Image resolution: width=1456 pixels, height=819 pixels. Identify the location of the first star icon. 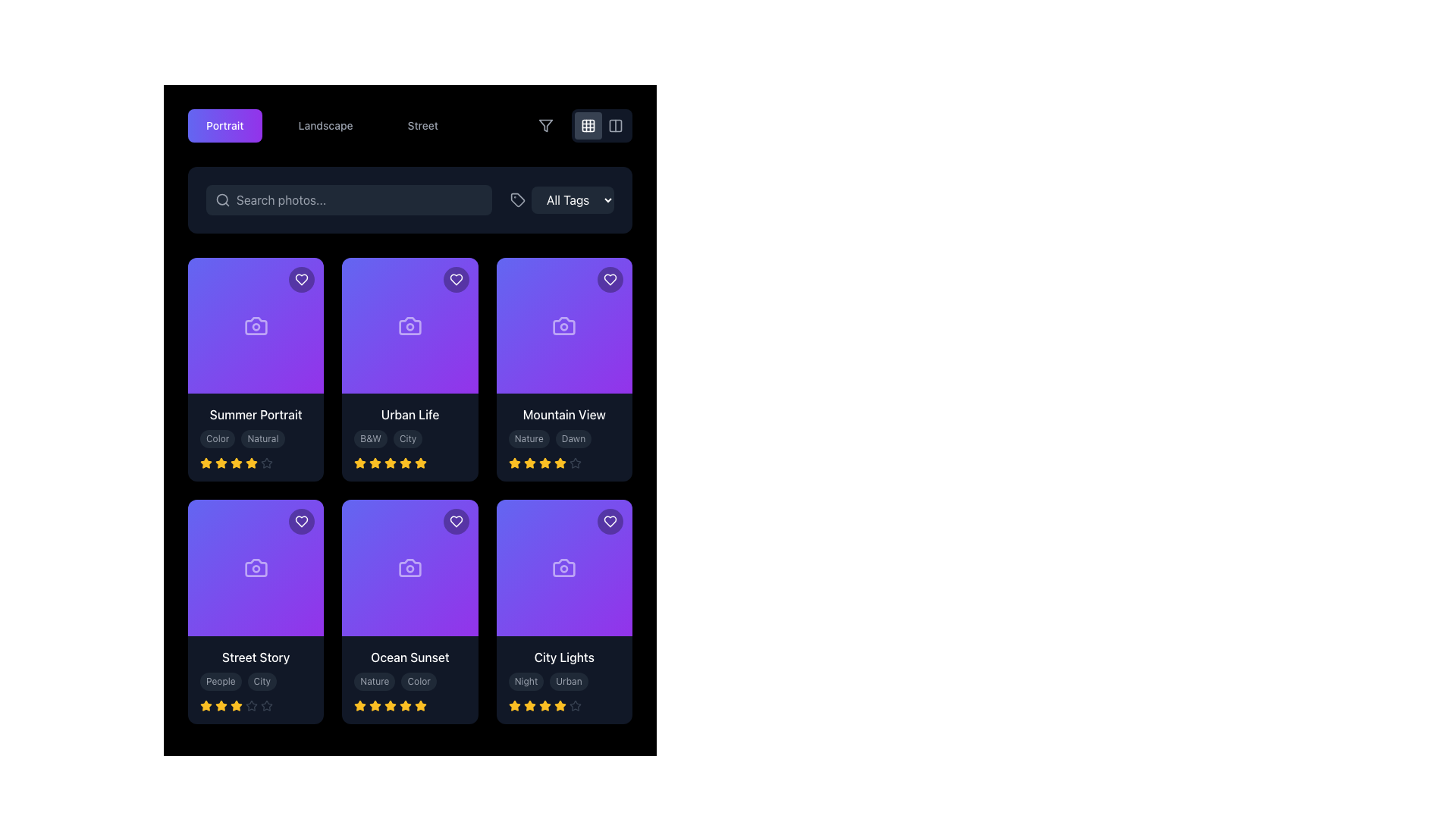
(221, 463).